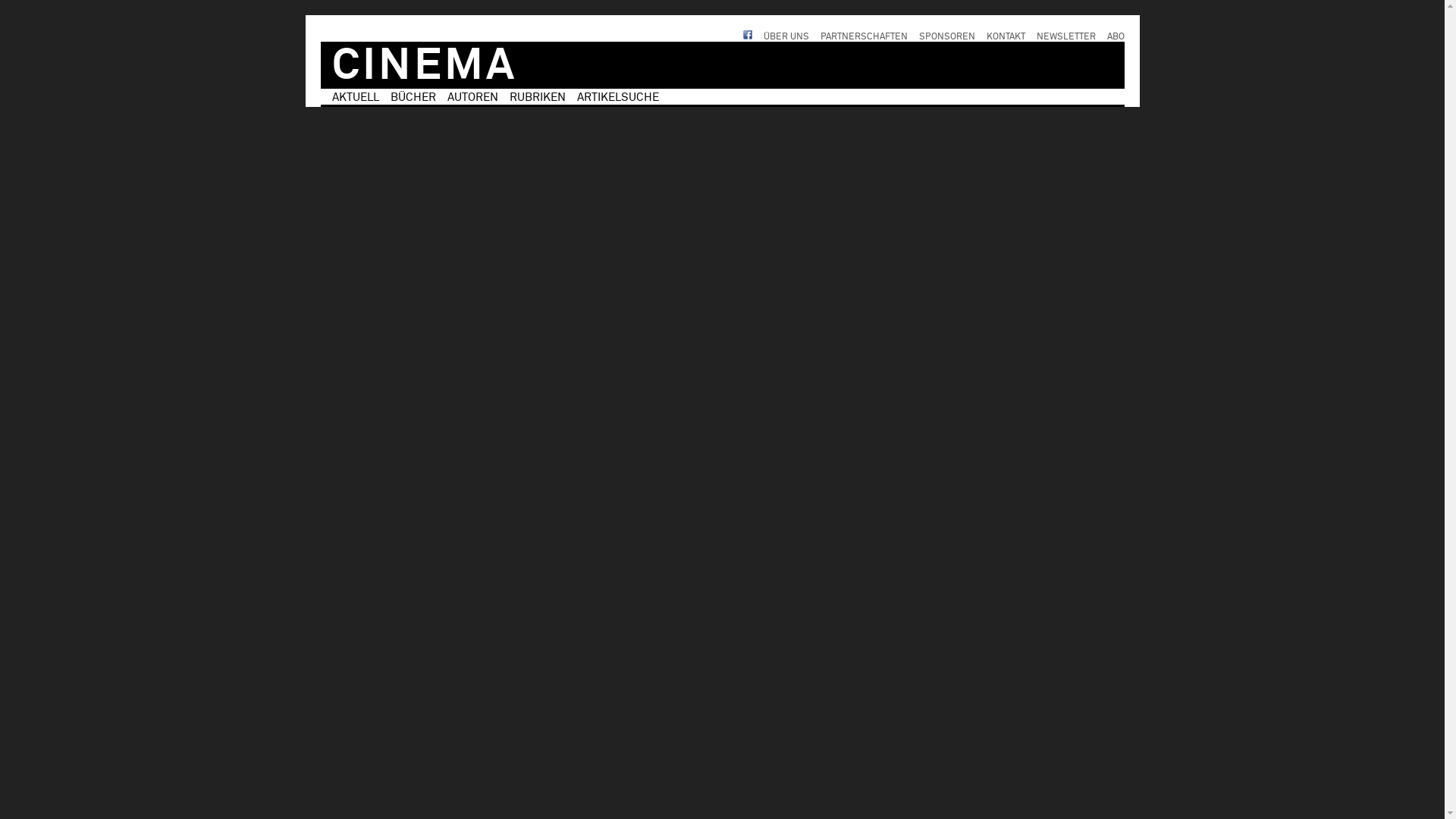  What do you see at coordinates (946, 36) in the screenshot?
I see `'SPONSOREN'` at bounding box center [946, 36].